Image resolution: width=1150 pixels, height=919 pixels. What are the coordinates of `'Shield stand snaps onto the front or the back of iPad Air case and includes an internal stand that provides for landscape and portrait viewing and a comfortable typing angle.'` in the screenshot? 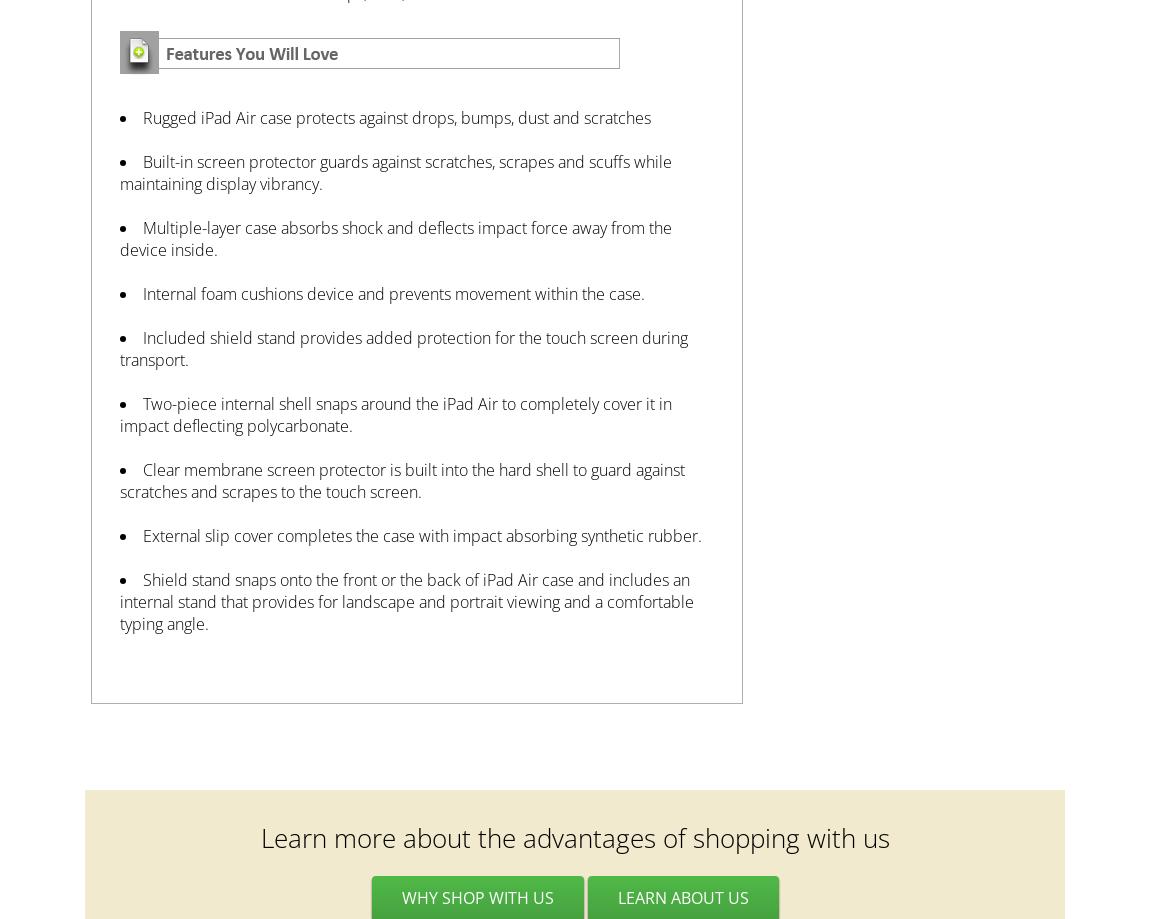 It's located at (406, 602).